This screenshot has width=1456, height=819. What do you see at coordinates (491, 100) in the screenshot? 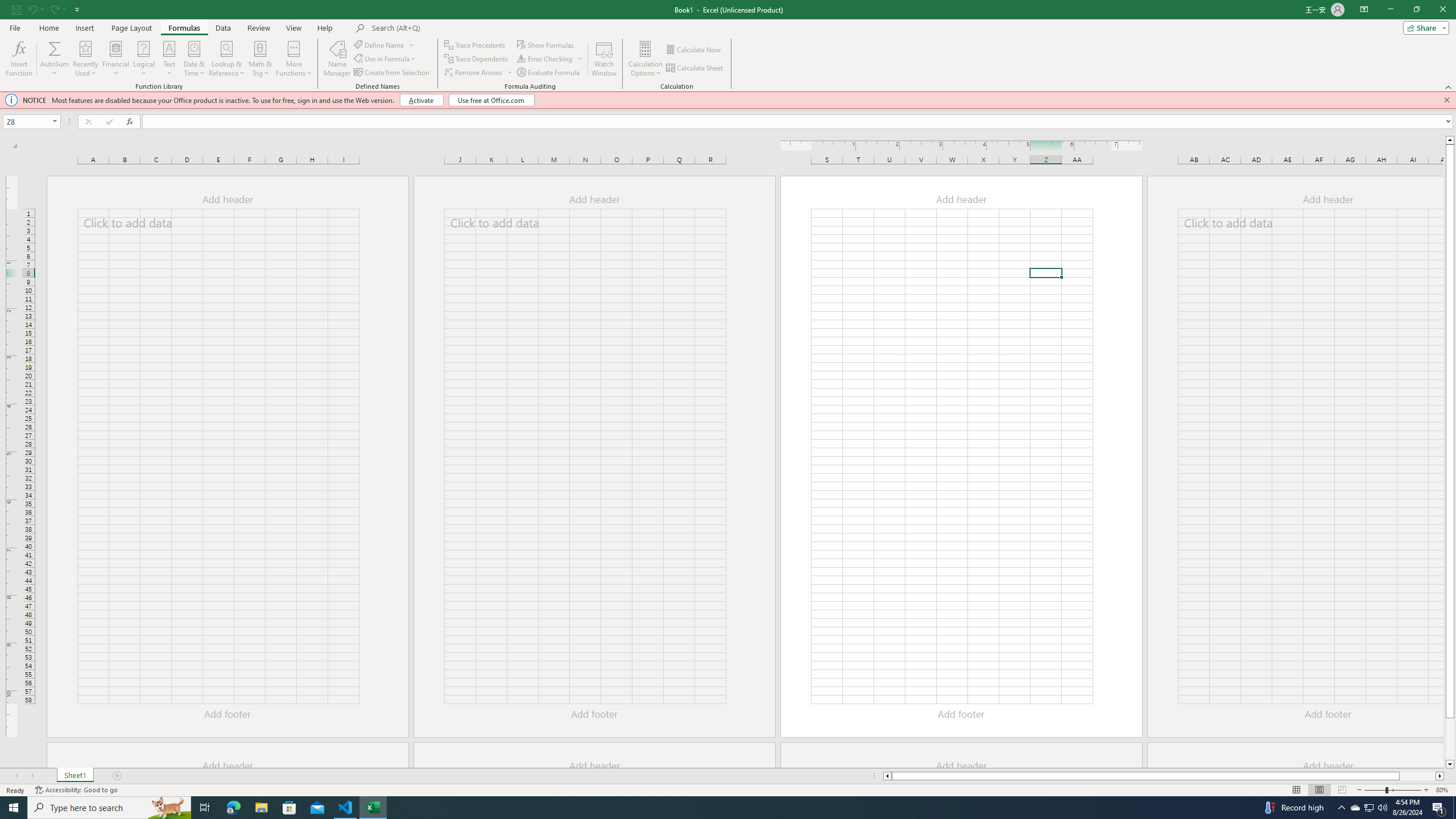
I see `'Use free at Office.com'` at bounding box center [491, 100].